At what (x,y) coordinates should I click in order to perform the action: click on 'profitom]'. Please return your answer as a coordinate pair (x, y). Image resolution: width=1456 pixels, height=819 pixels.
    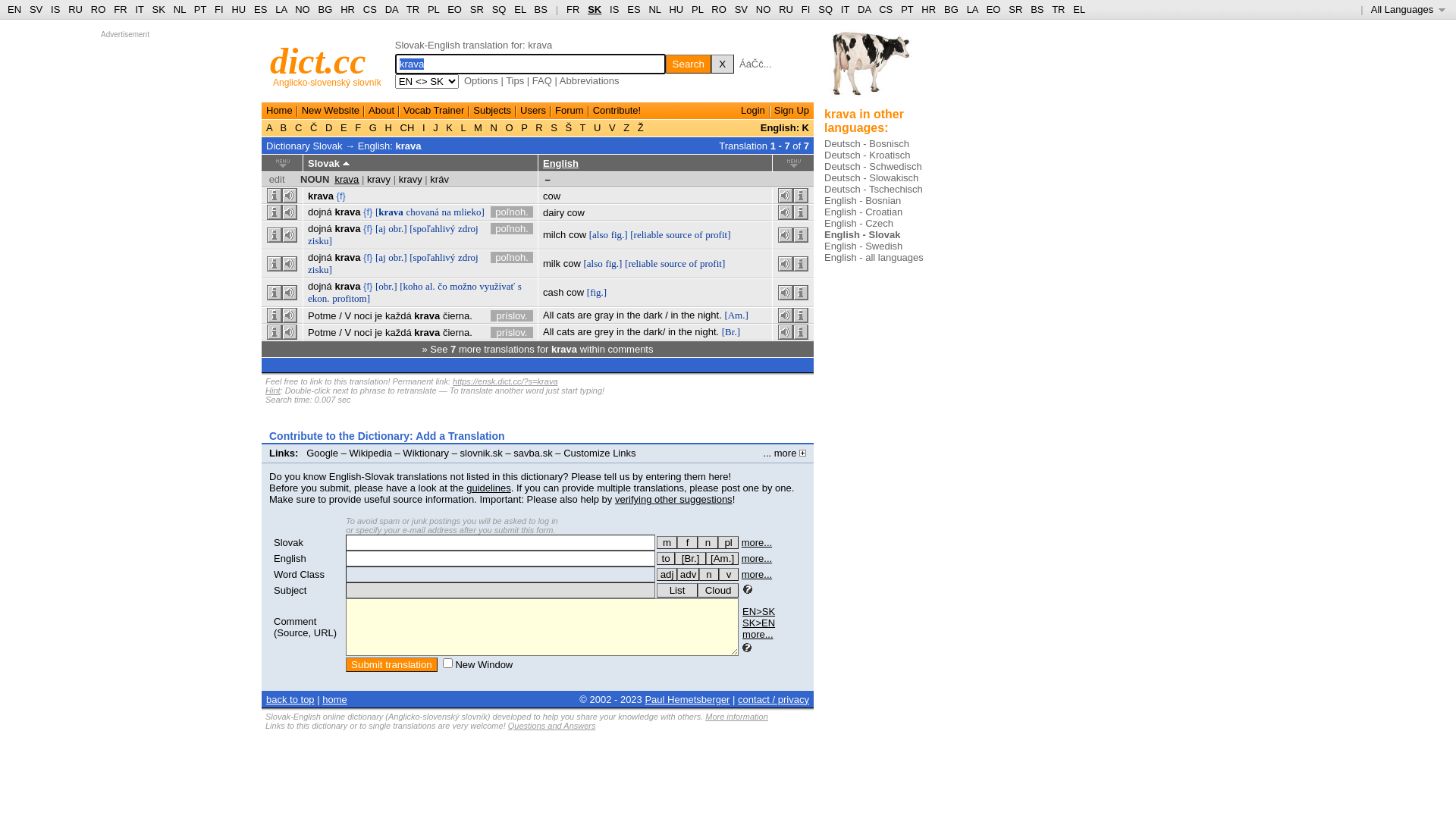
    Looking at the image, I should click on (350, 298).